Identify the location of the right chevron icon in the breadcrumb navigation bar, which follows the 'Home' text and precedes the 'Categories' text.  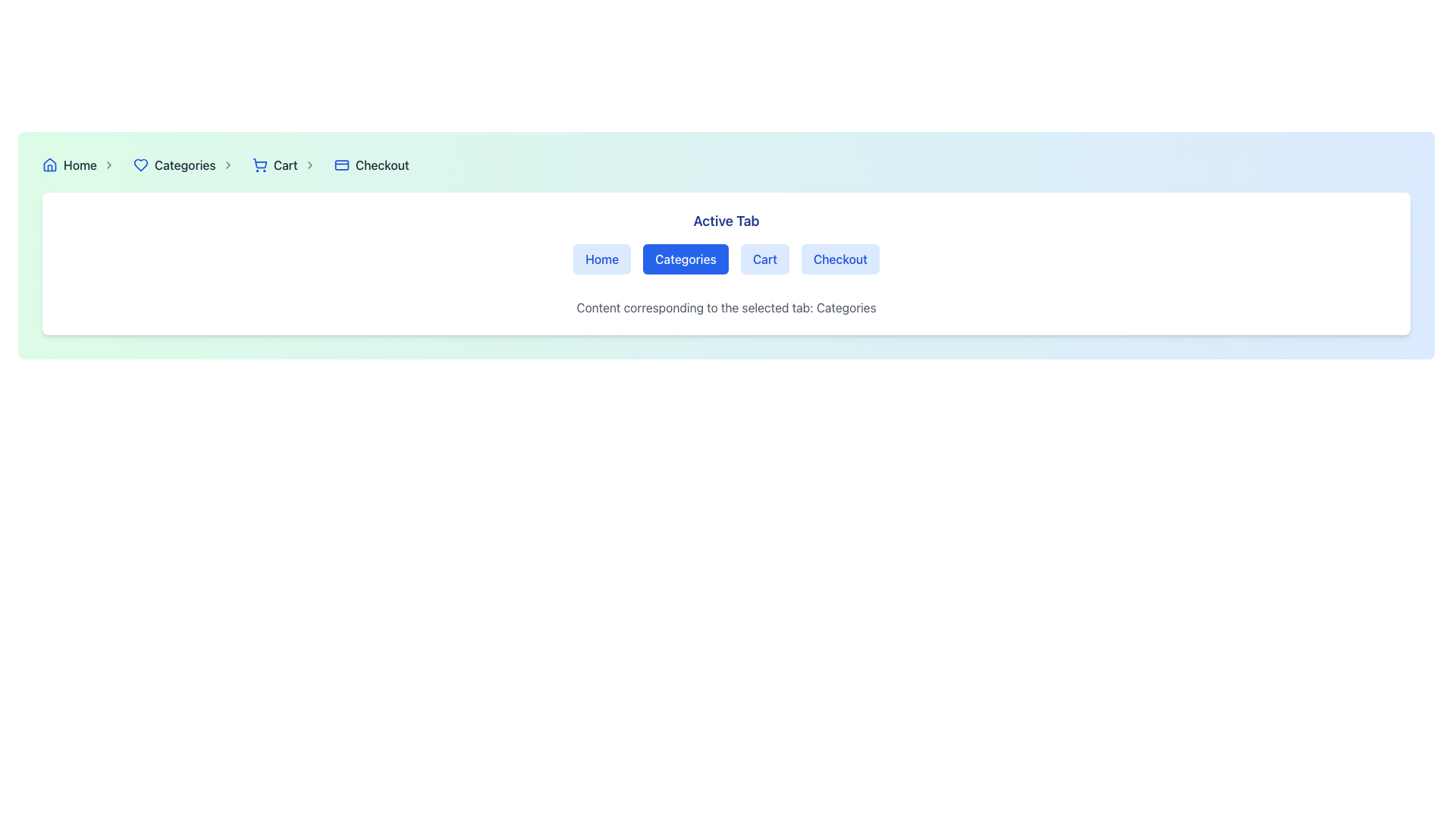
(108, 165).